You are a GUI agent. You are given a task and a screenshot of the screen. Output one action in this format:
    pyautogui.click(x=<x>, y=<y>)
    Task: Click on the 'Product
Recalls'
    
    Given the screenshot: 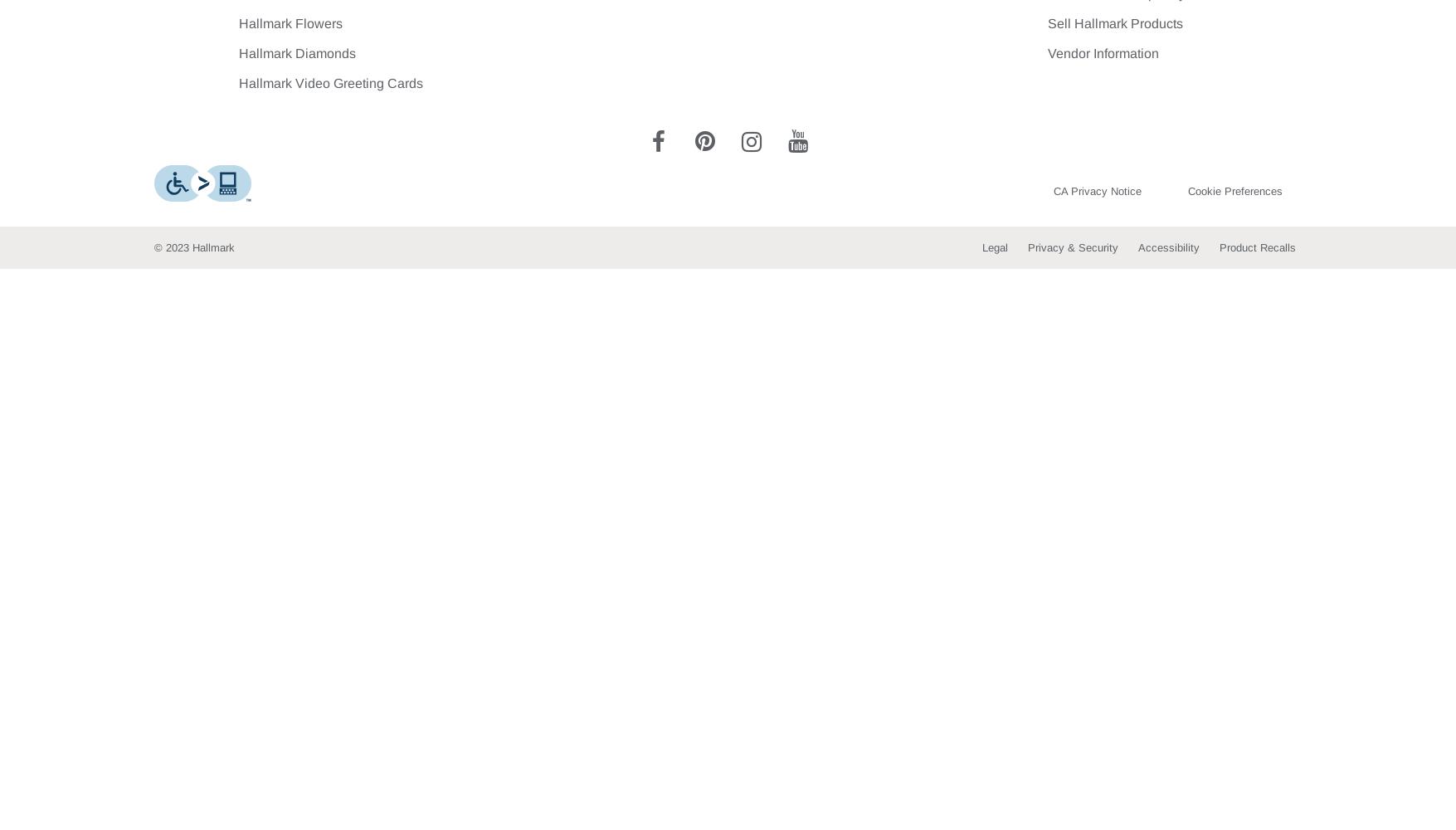 What is the action you would take?
    pyautogui.click(x=1255, y=247)
    